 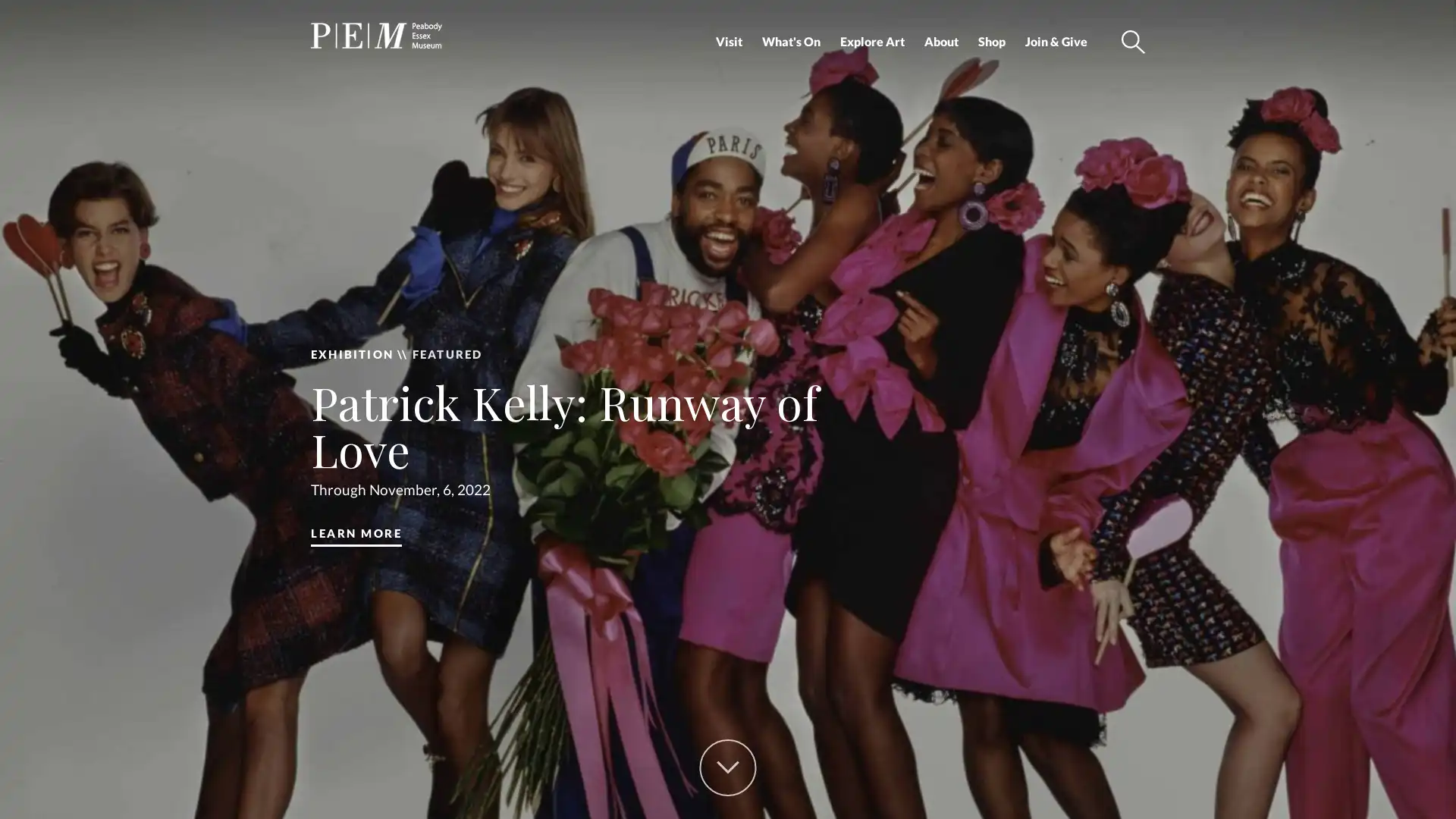 What do you see at coordinates (726, 767) in the screenshot?
I see `Scroll Down` at bounding box center [726, 767].